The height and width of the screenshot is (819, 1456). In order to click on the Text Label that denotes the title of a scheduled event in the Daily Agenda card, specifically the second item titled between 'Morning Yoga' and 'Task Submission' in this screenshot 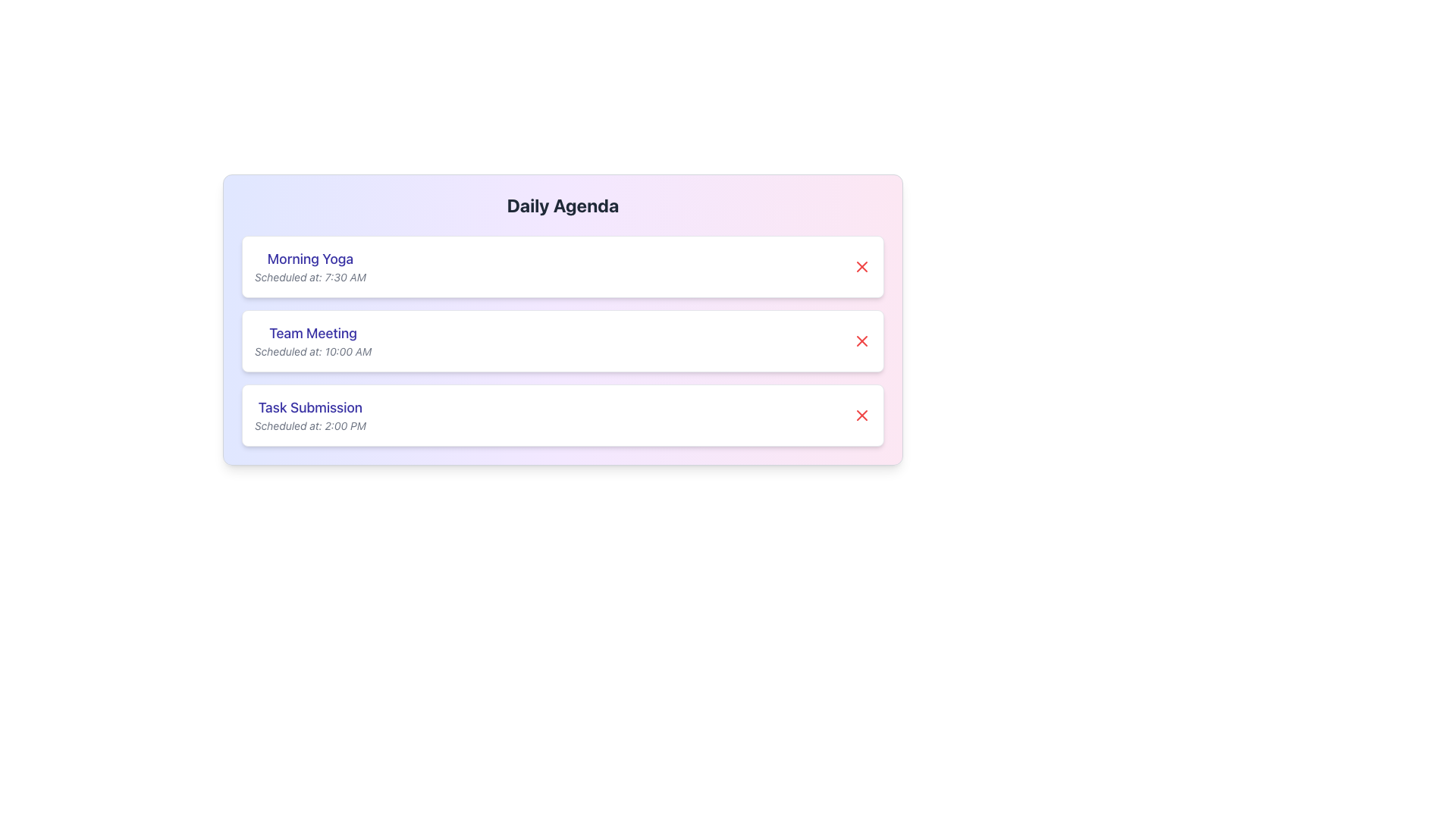, I will do `click(312, 332)`.